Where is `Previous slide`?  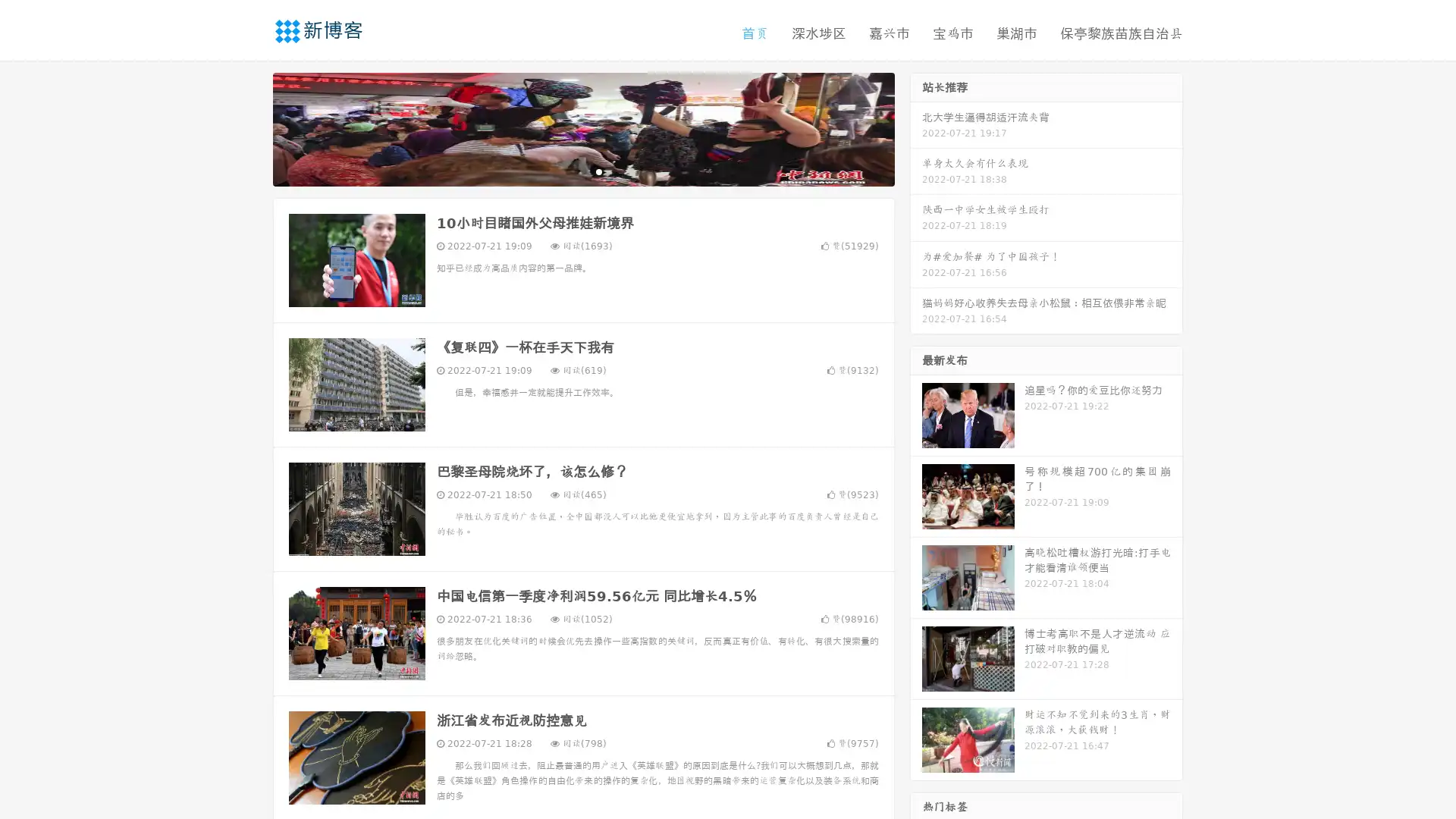 Previous slide is located at coordinates (250, 127).